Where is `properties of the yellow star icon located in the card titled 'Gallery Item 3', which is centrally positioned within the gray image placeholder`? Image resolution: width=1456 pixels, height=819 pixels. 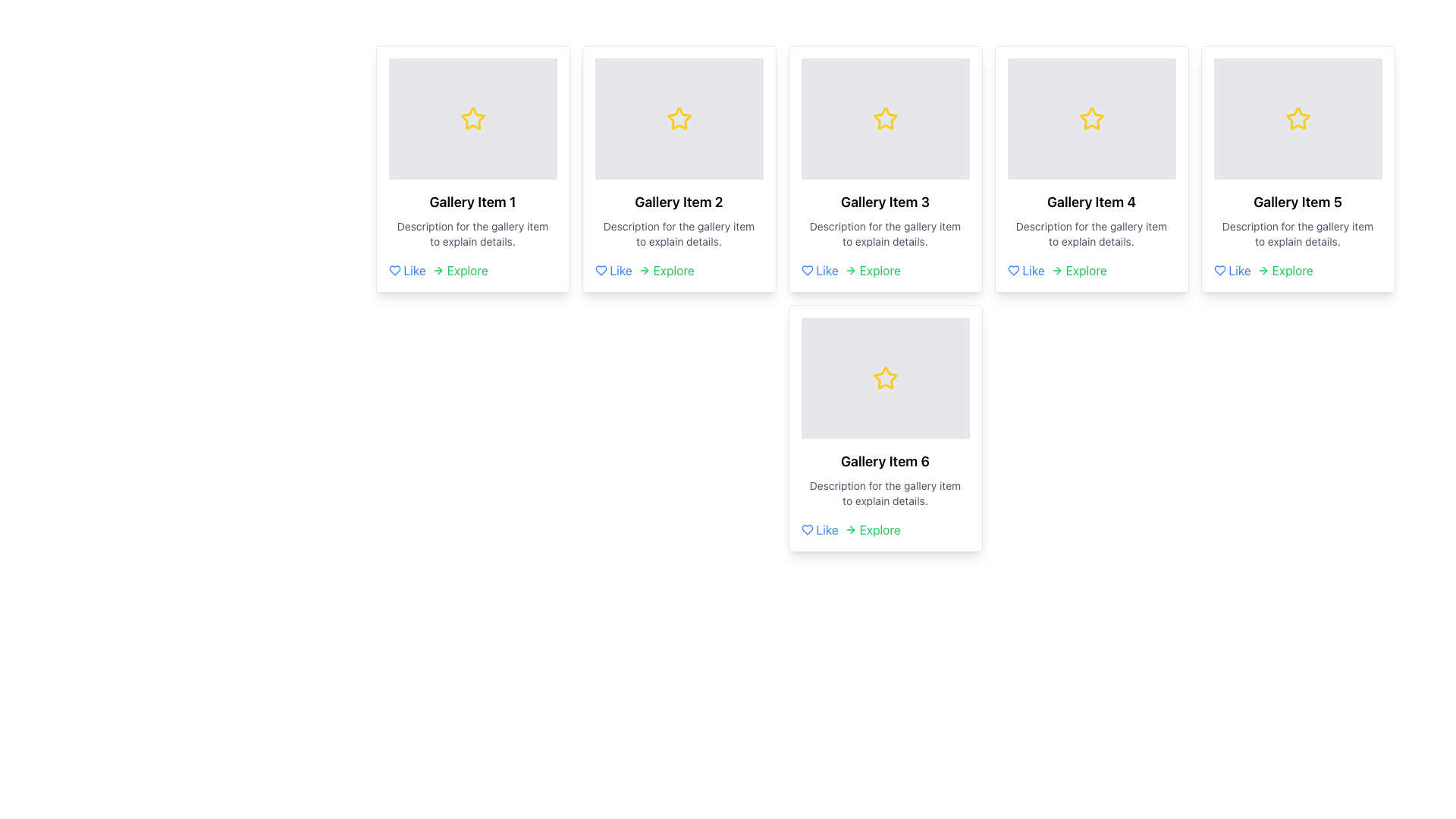 properties of the yellow star icon located in the card titled 'Gallery Item 3', which is centrally positioned within the gray image placeholder is located at coordinates (885, 118).